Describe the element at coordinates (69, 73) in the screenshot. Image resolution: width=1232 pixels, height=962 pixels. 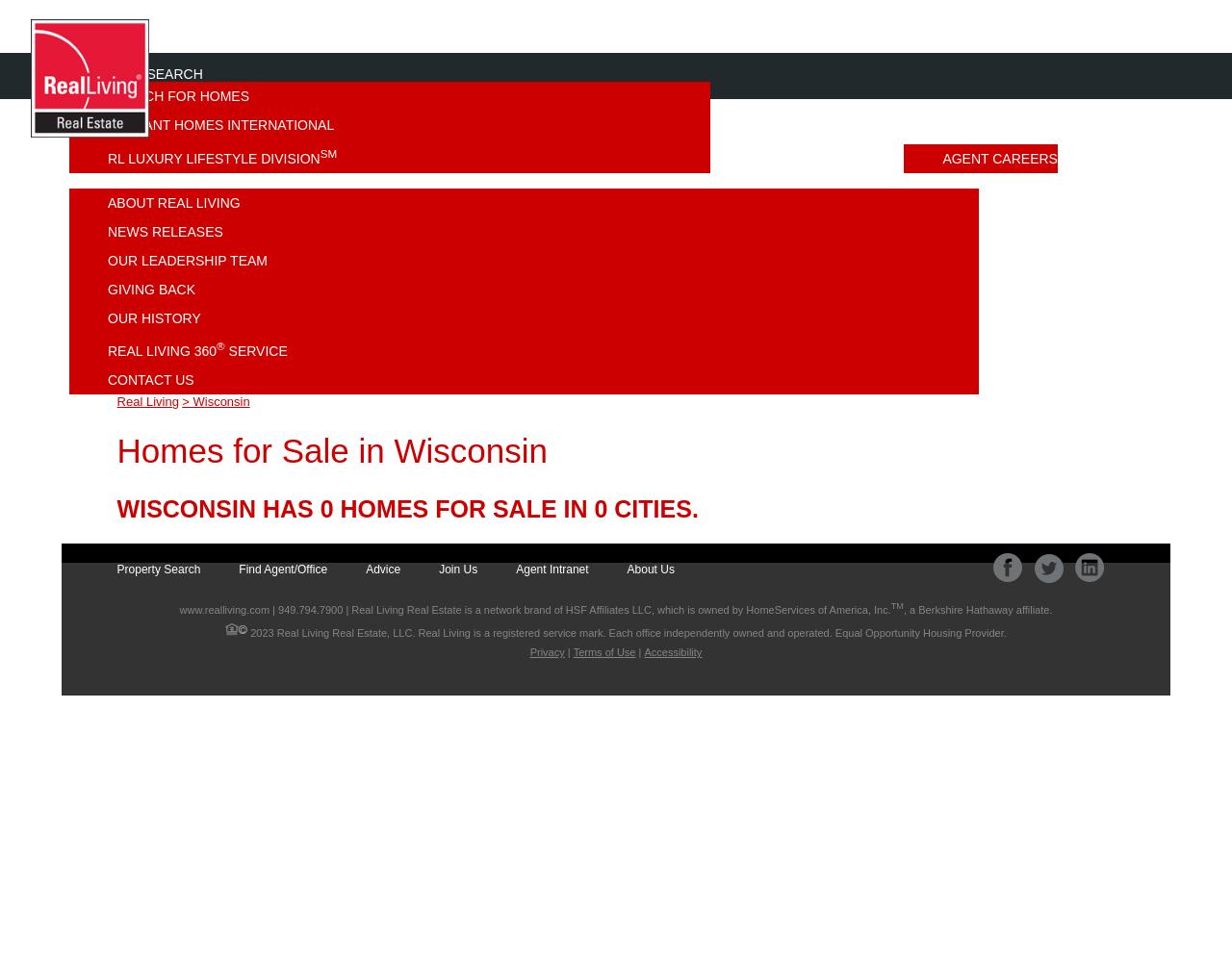
I see `'PROPERTY SEARCH'` at that location.